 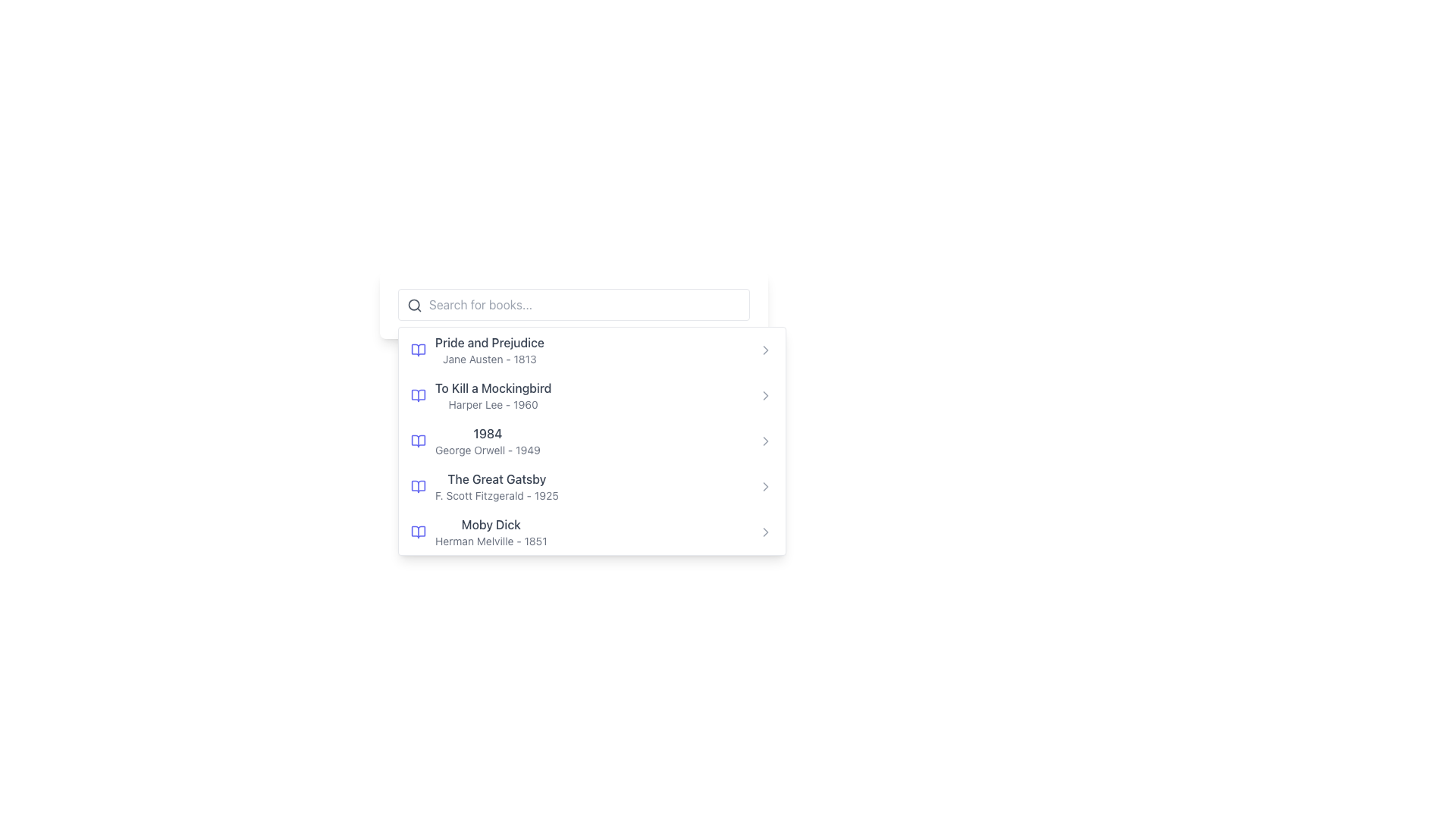 What do you see at coordinates (484, 486) in the screenshot?
I see `the fourth list item displaying book information to open more details` at bounding box center [484, 486].